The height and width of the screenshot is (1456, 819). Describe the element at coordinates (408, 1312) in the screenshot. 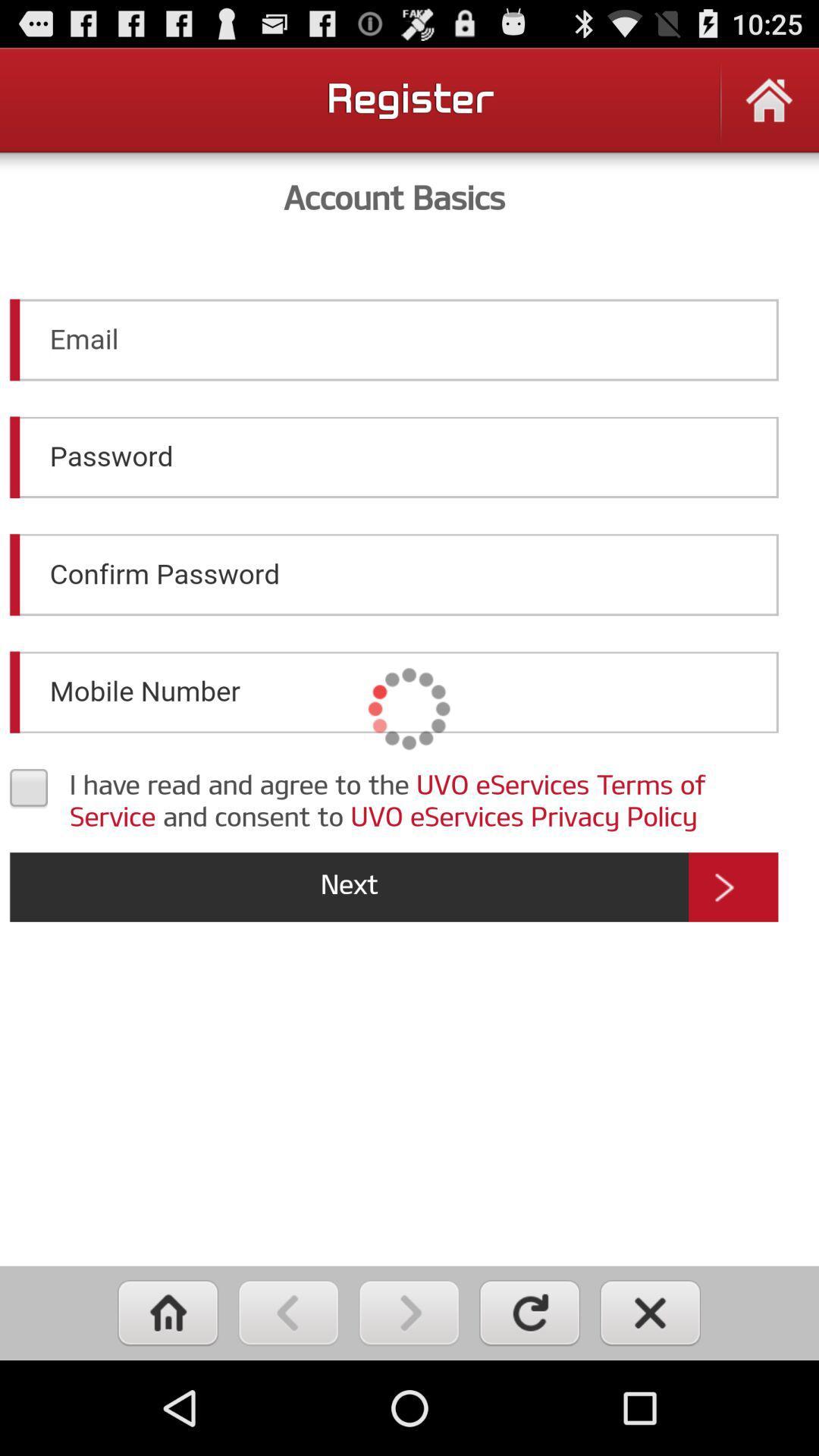

I see `next page` at that location.